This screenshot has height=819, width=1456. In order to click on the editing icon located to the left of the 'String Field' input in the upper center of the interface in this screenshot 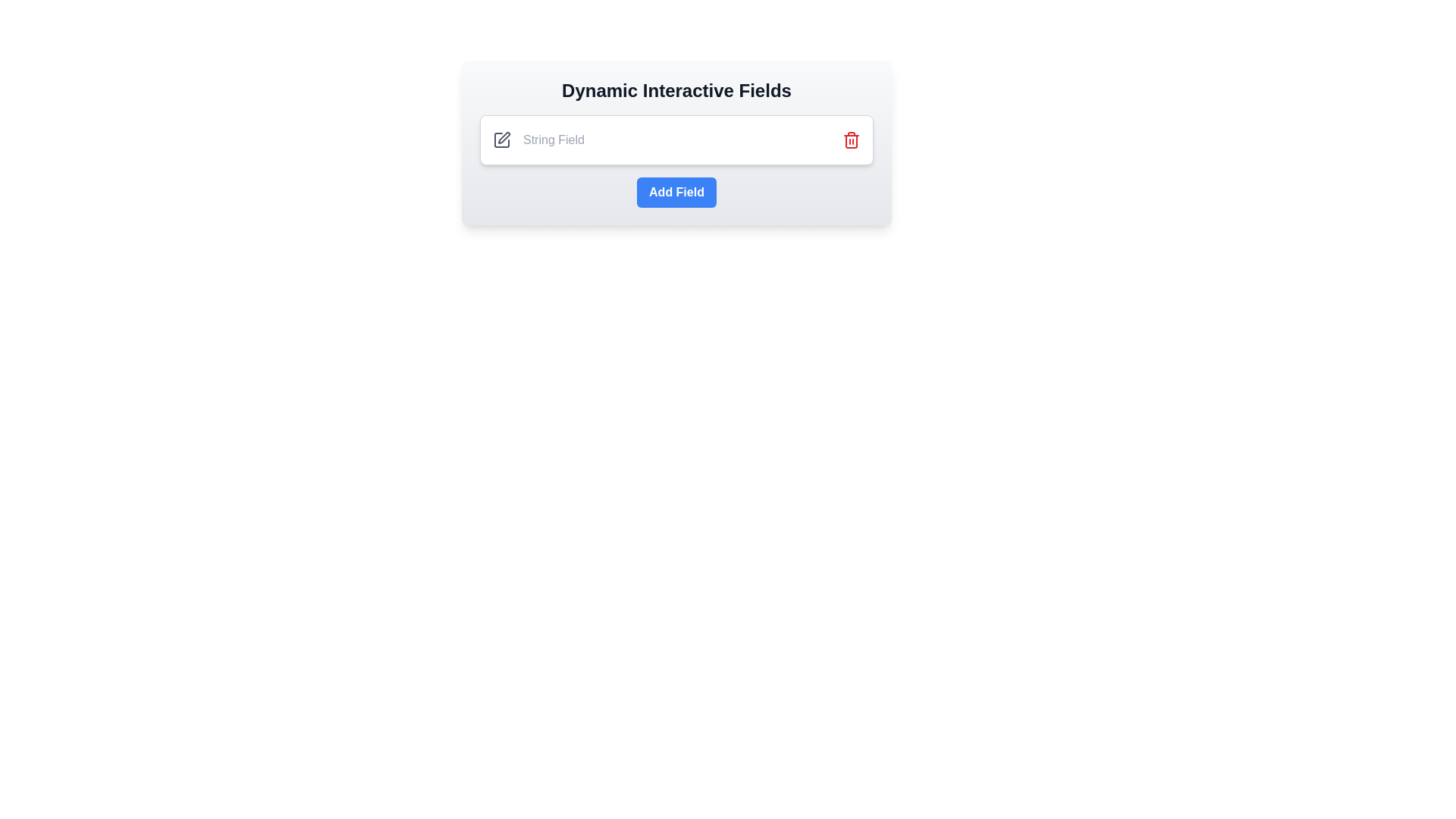, I will do `click(502, 140)`.